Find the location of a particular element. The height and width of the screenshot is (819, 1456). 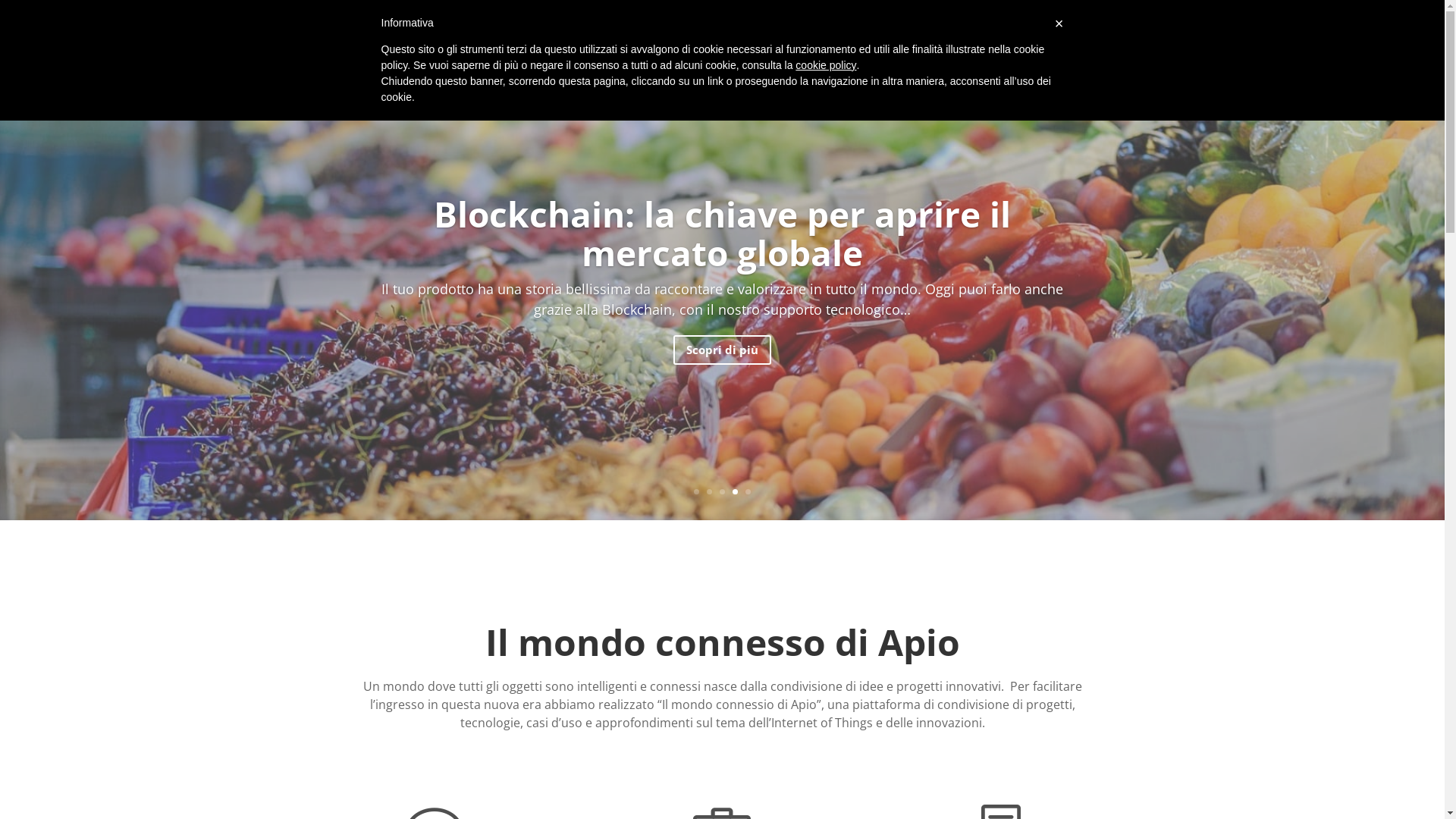

'Blockchain: la chiave per aprire il mercato globale' is located at coordinates (432, 233).